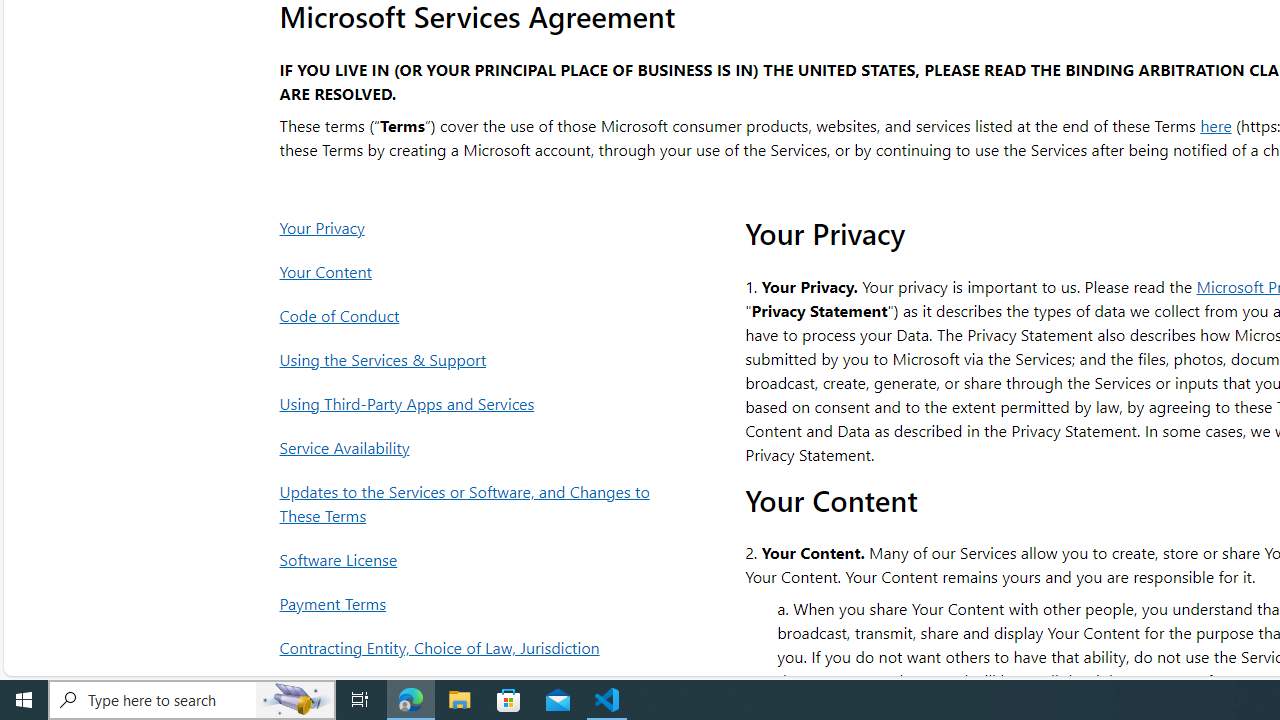 The width and height of the screenshot is (1280, 720). Describe the element at coordinates (1215, 124) in the screenshot. I see `'here'` at that location.